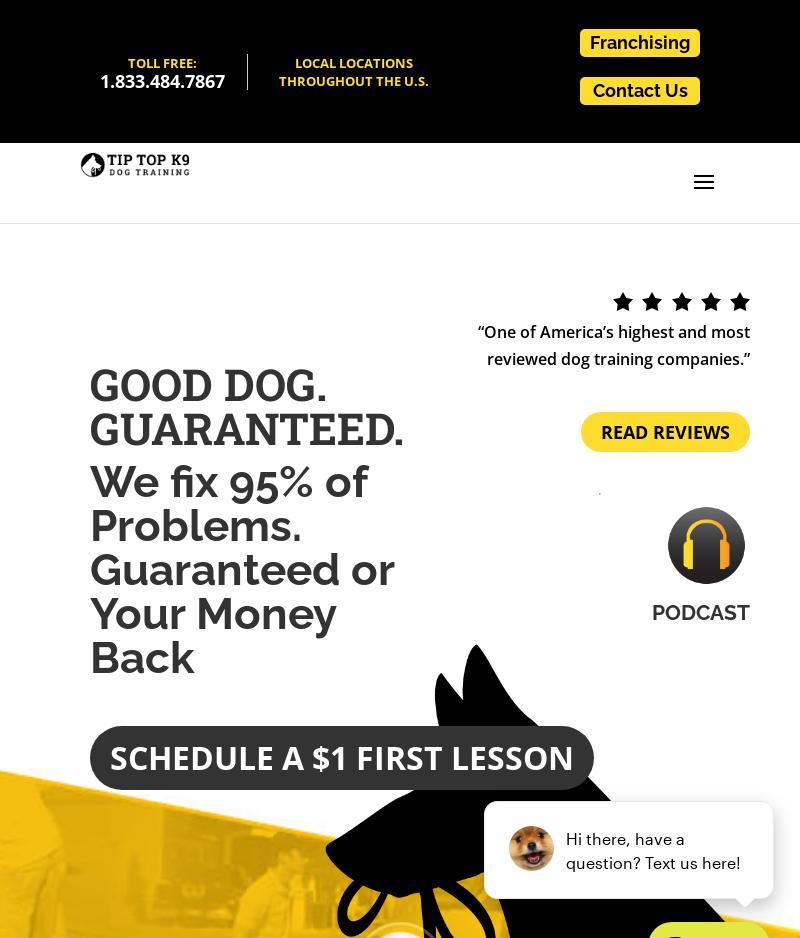  Describe the element at coordinates (342, 757) in the screenshot. I see `'Schedule a $1 First Lesson'` at that location.